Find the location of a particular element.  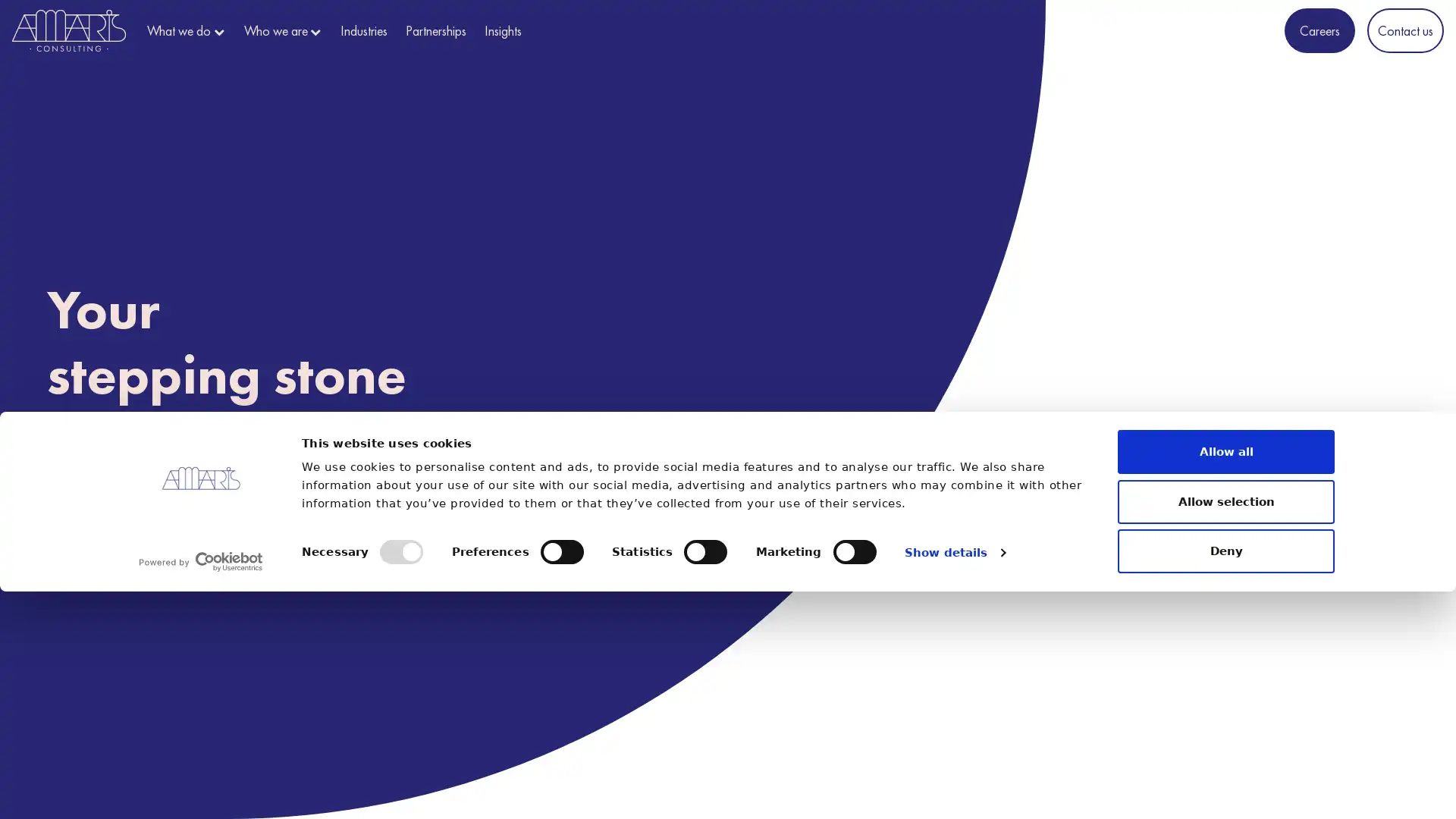

Allow all is located at coordinates (1226, 678).